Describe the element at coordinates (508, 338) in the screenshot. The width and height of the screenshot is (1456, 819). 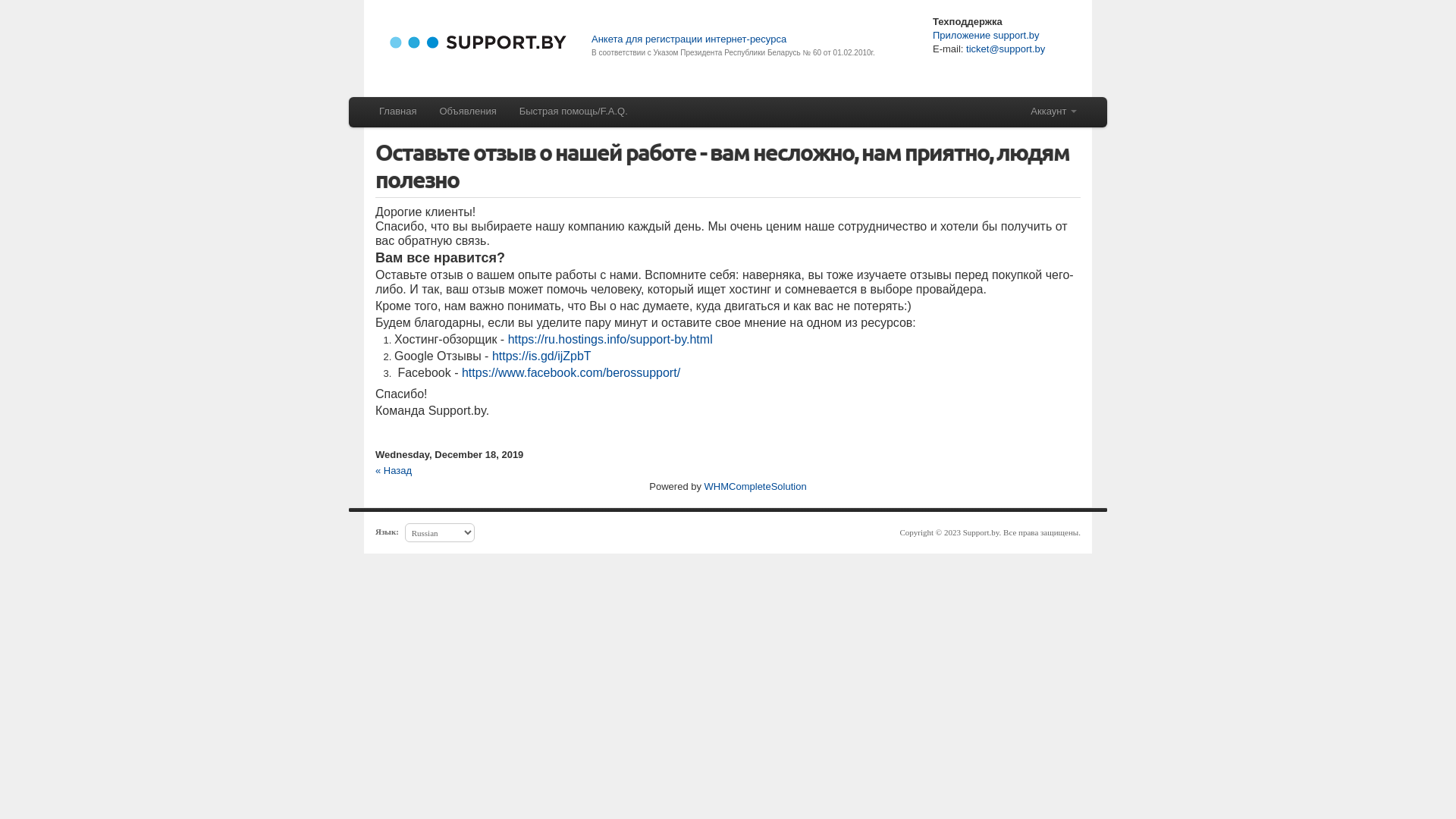
I see `'https://ru.hostings.info/support-by.html'` at that location.